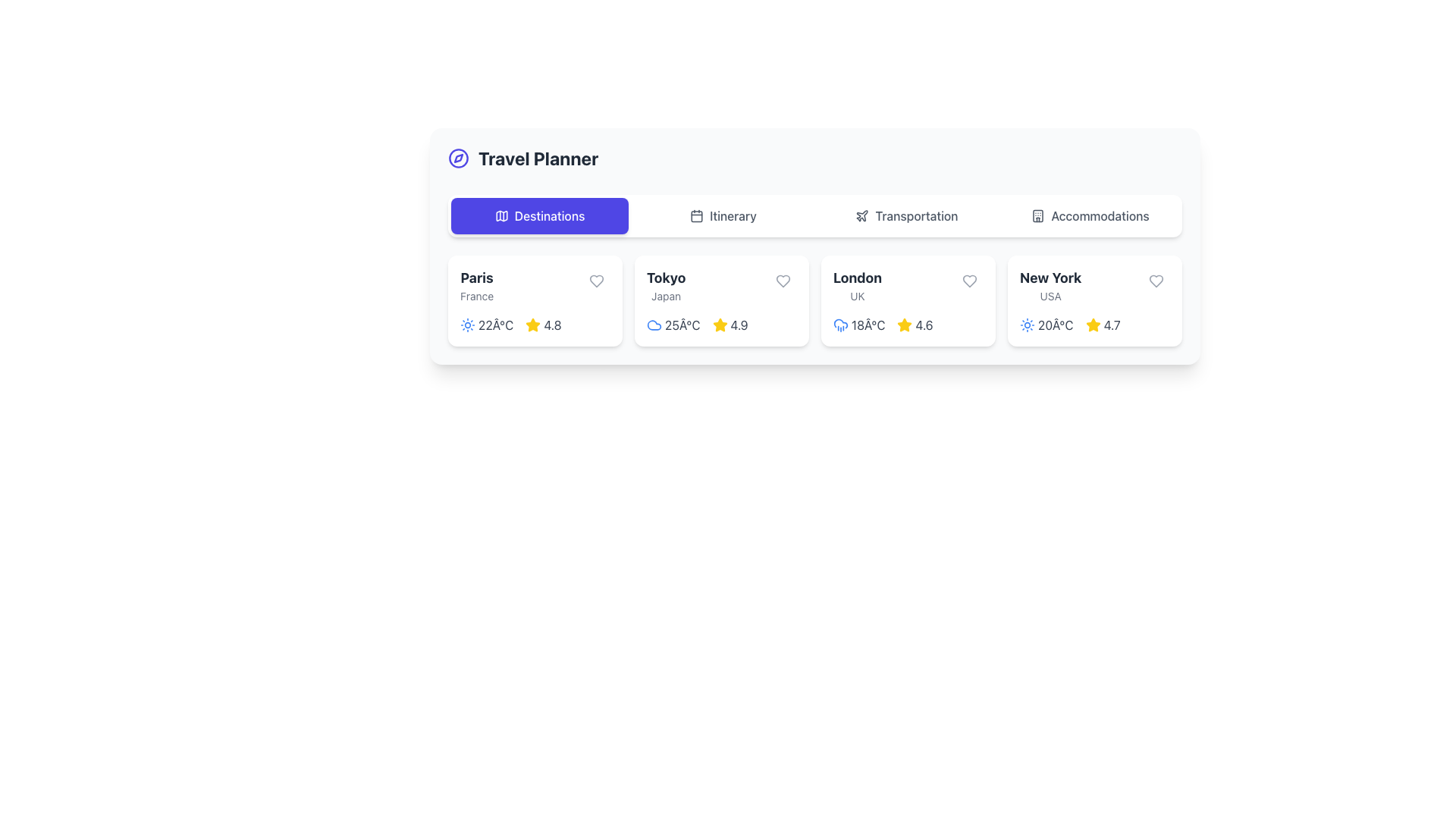 The height and width of the screenshot is (819, 1456). Describe the element at coordinates (1046, 324) in the screenshot. I see `weather information displayed as '20°C' accompanied by a sun icon in the 'New York' card under the 'Destinations' header of the 'Travel Planner' section` at that location.